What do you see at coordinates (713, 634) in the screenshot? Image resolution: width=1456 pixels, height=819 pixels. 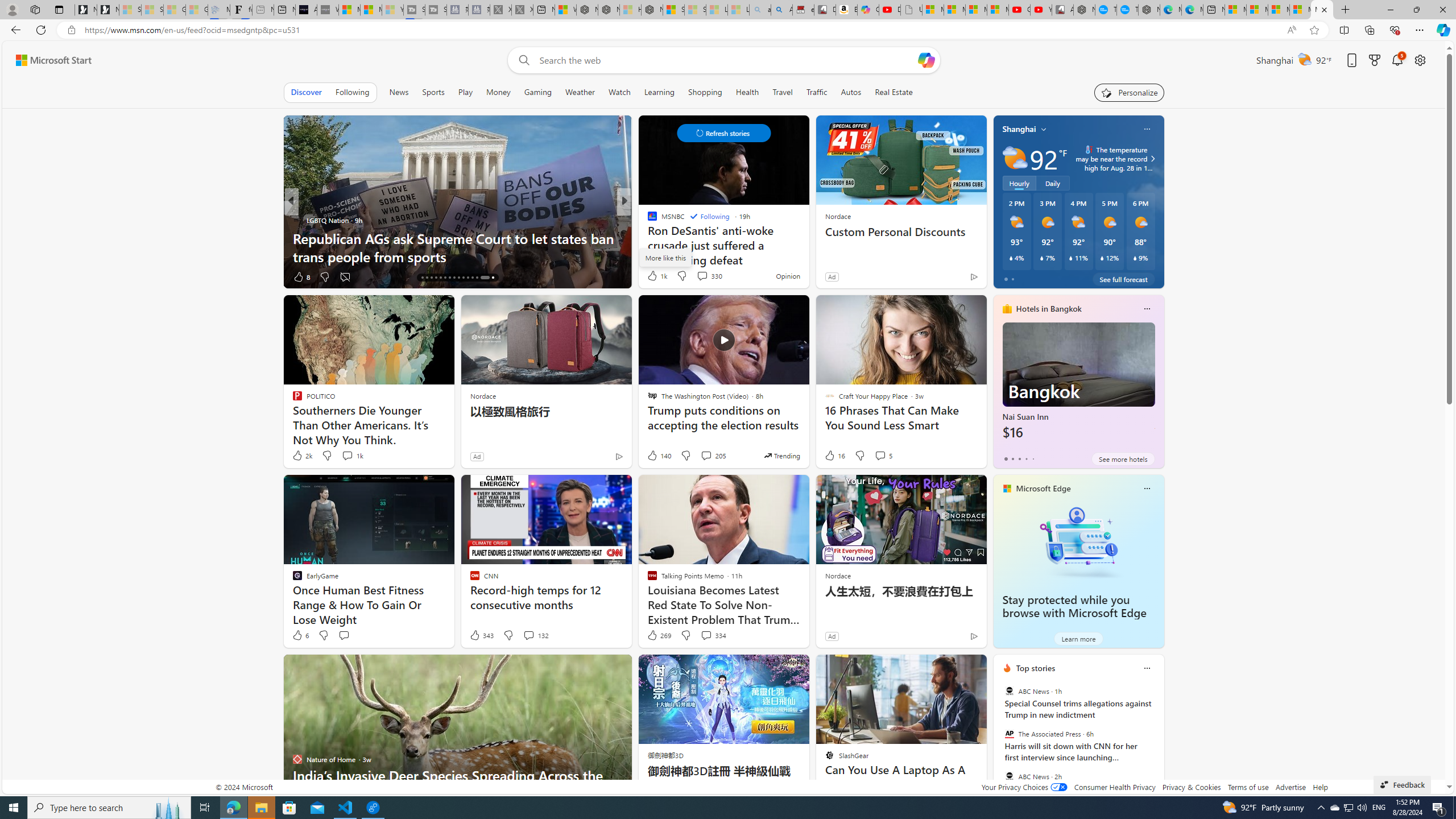 I see `'View comments 334 Comment'` at bounding box center [713, 634].